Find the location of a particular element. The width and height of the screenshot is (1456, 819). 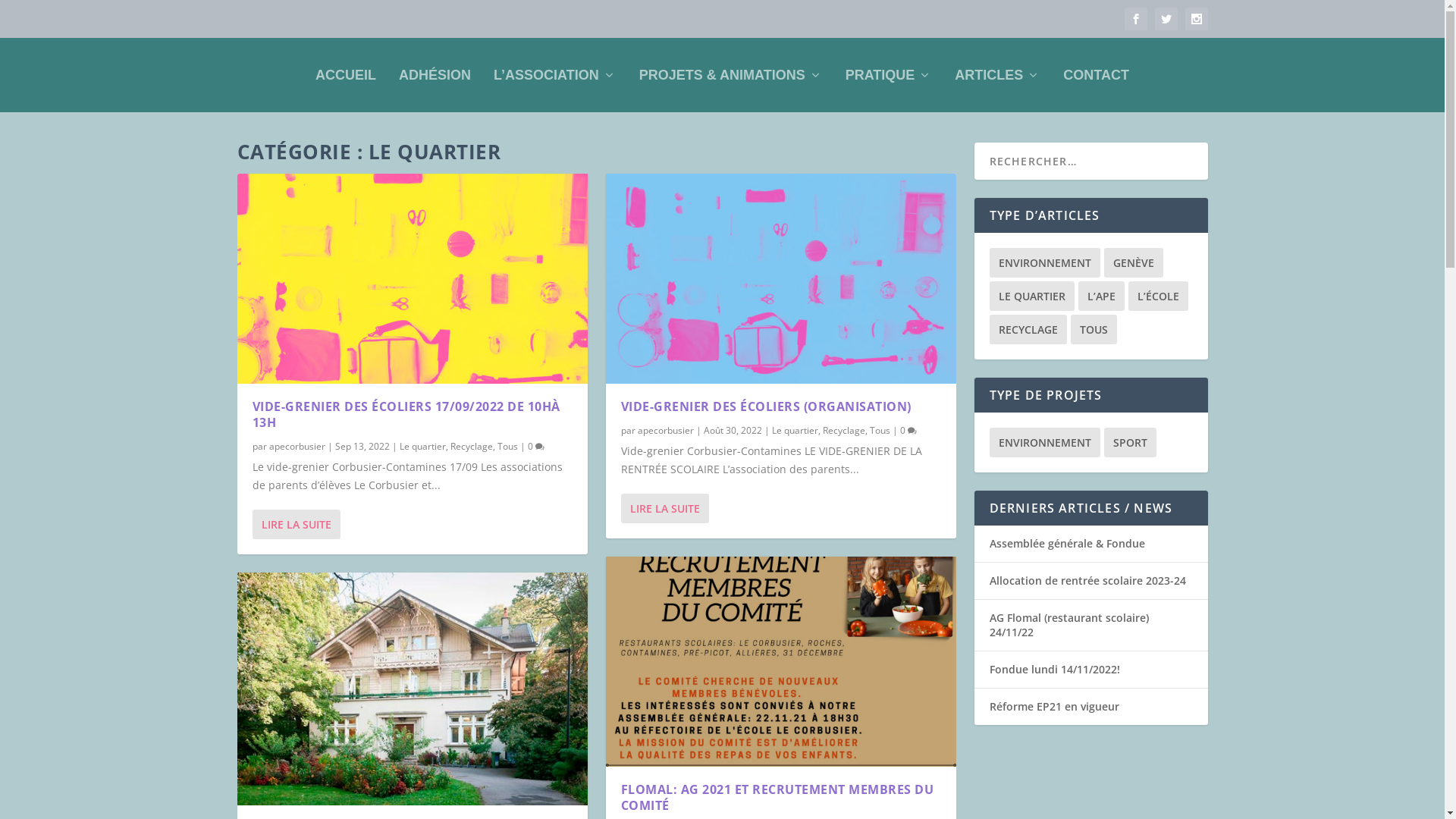

'SPORT' is located at coordinates (1130, 442).